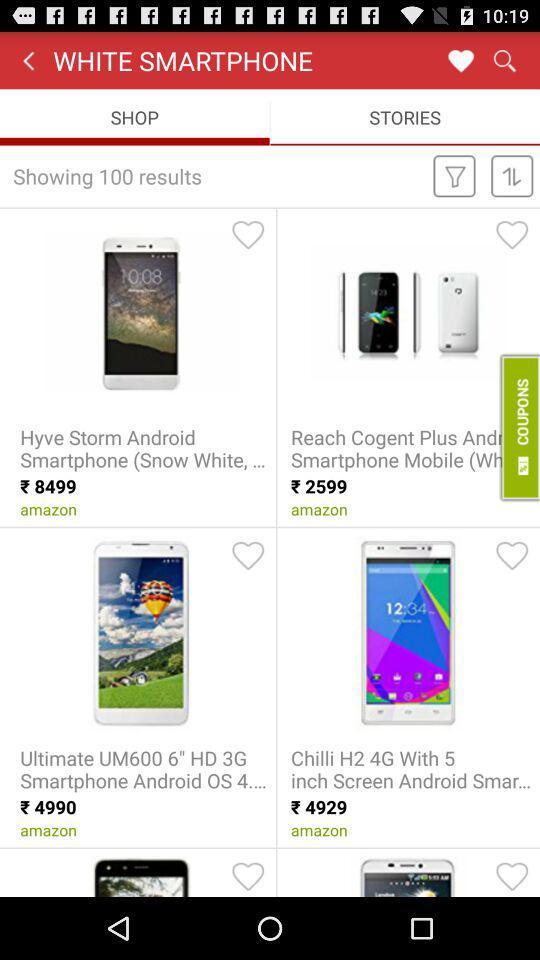 This screenshot has width=540, height=960. Describe the element at coordinates (27, 64) in the screenshot. I see `the arrow_backward icon` at that location.